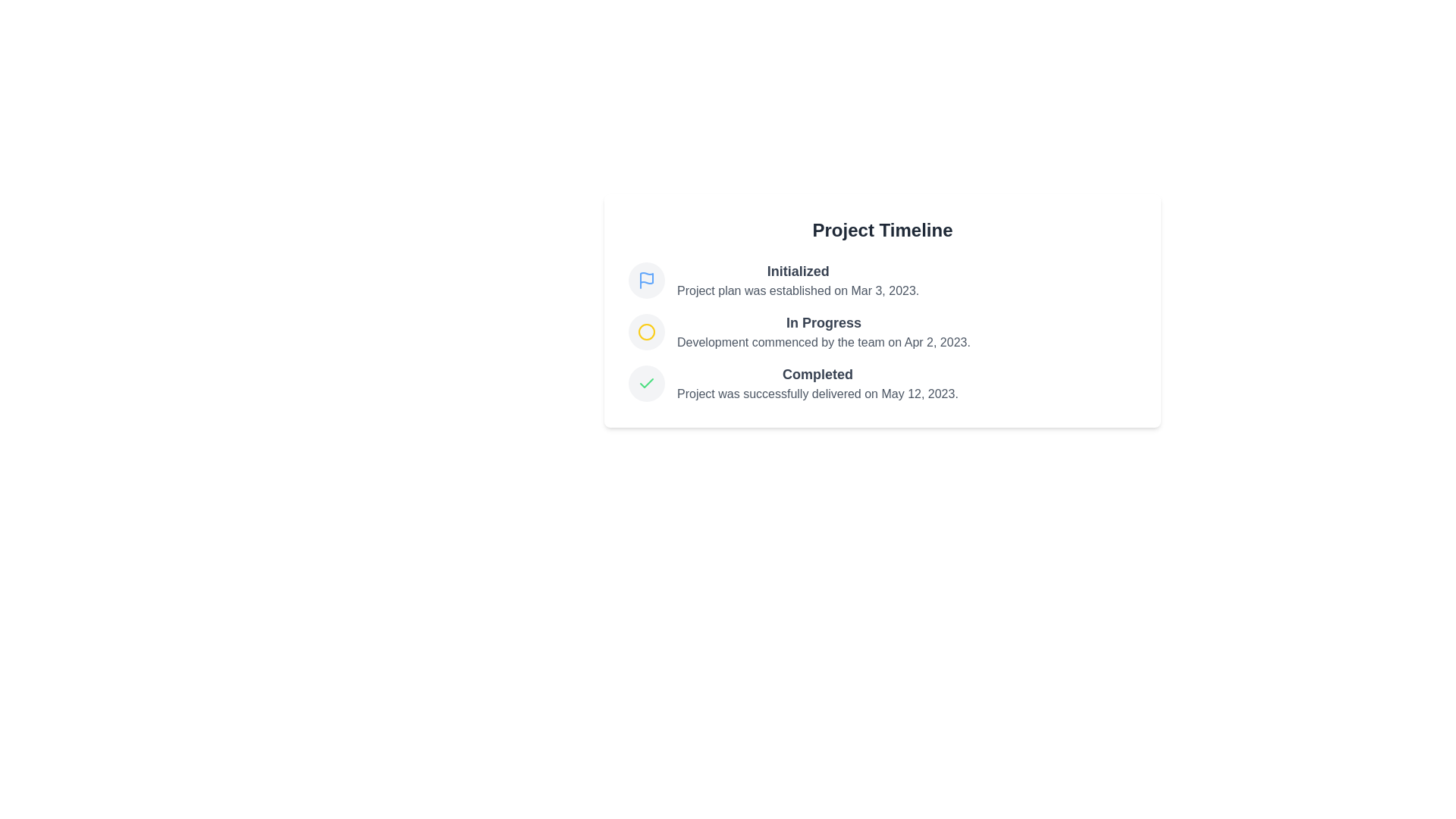 The width and height of the screenshot is (1456, 819). What do you see at coordinates (882, 281) in the screenshot?
I see `the List item that indicates the initialization phase of the project timeline, which is positioned at the top of the vertical list under 'Project Timeline'` at bounding box center [882, 281].